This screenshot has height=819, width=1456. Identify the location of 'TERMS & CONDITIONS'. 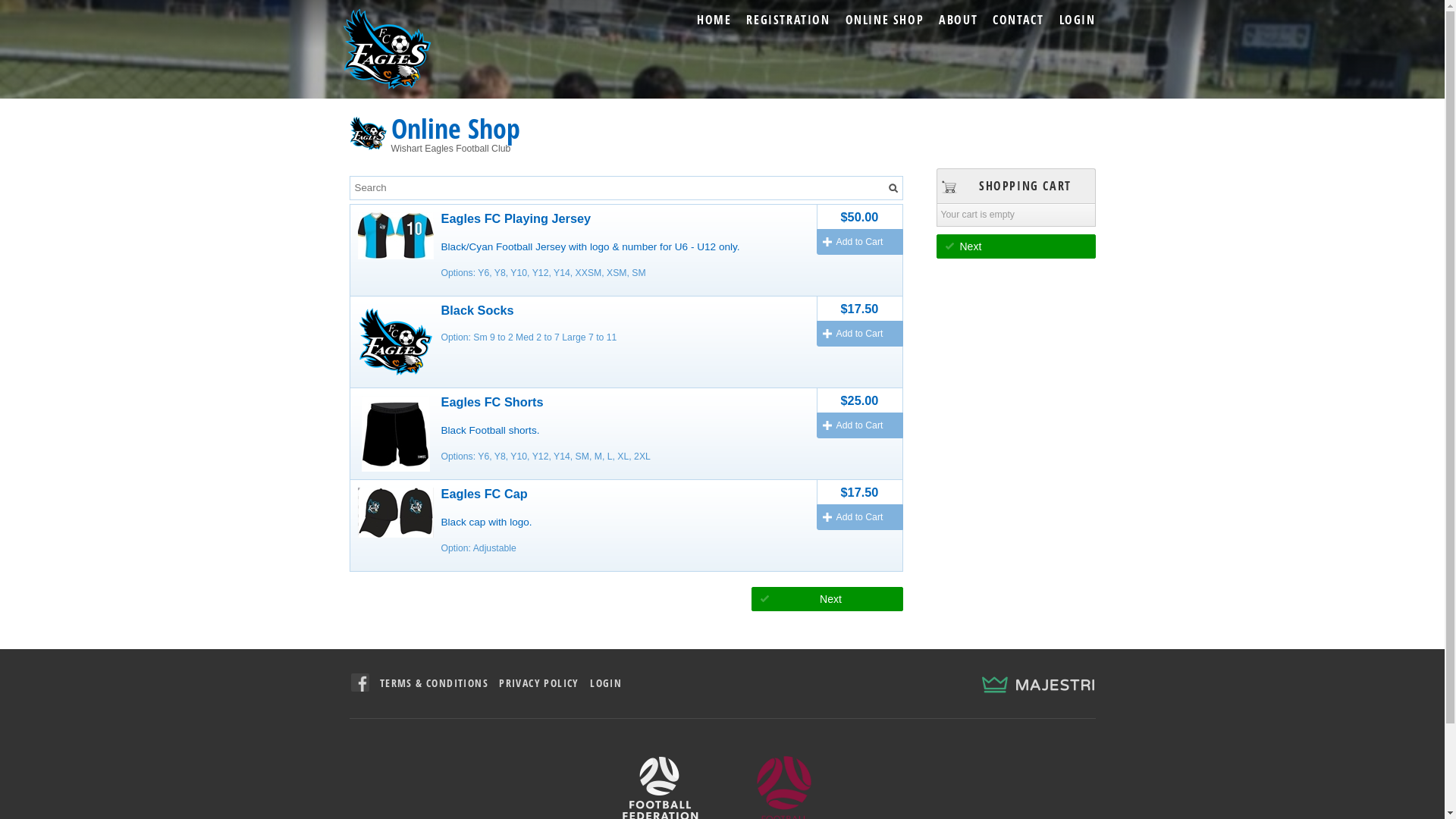
(433, 682).